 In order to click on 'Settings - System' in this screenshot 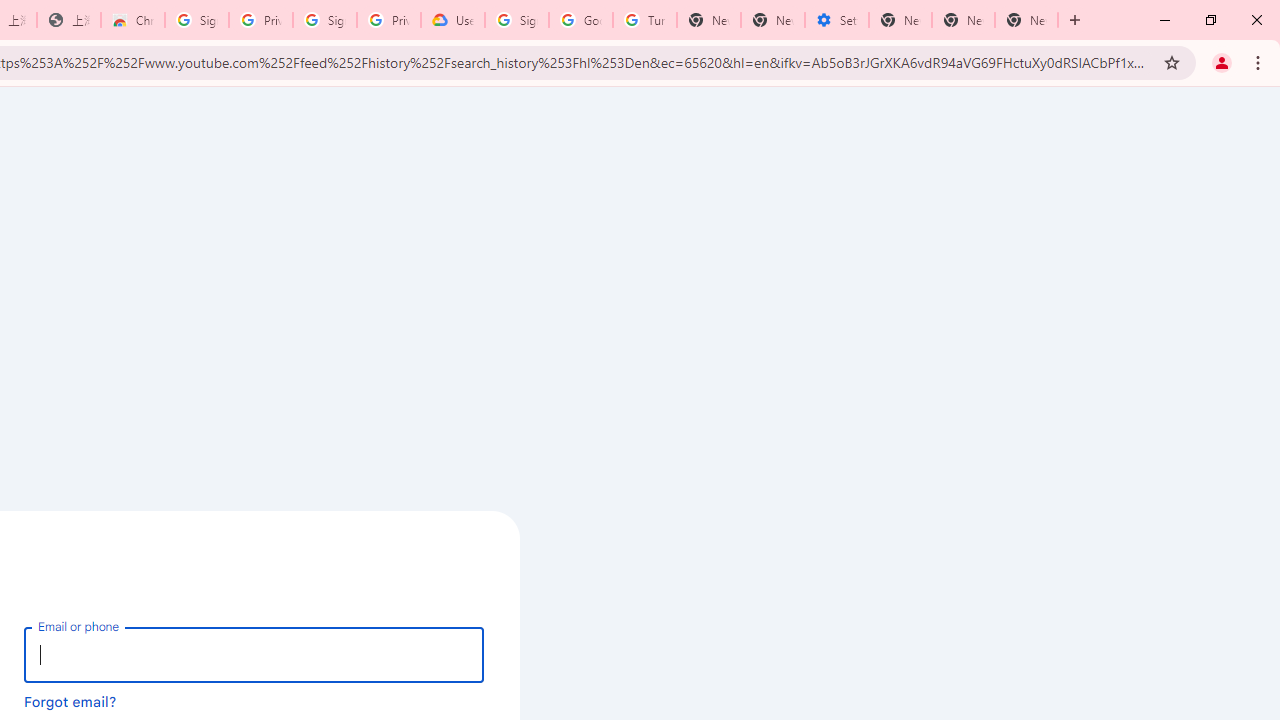, I will do `click(837, 20)`.